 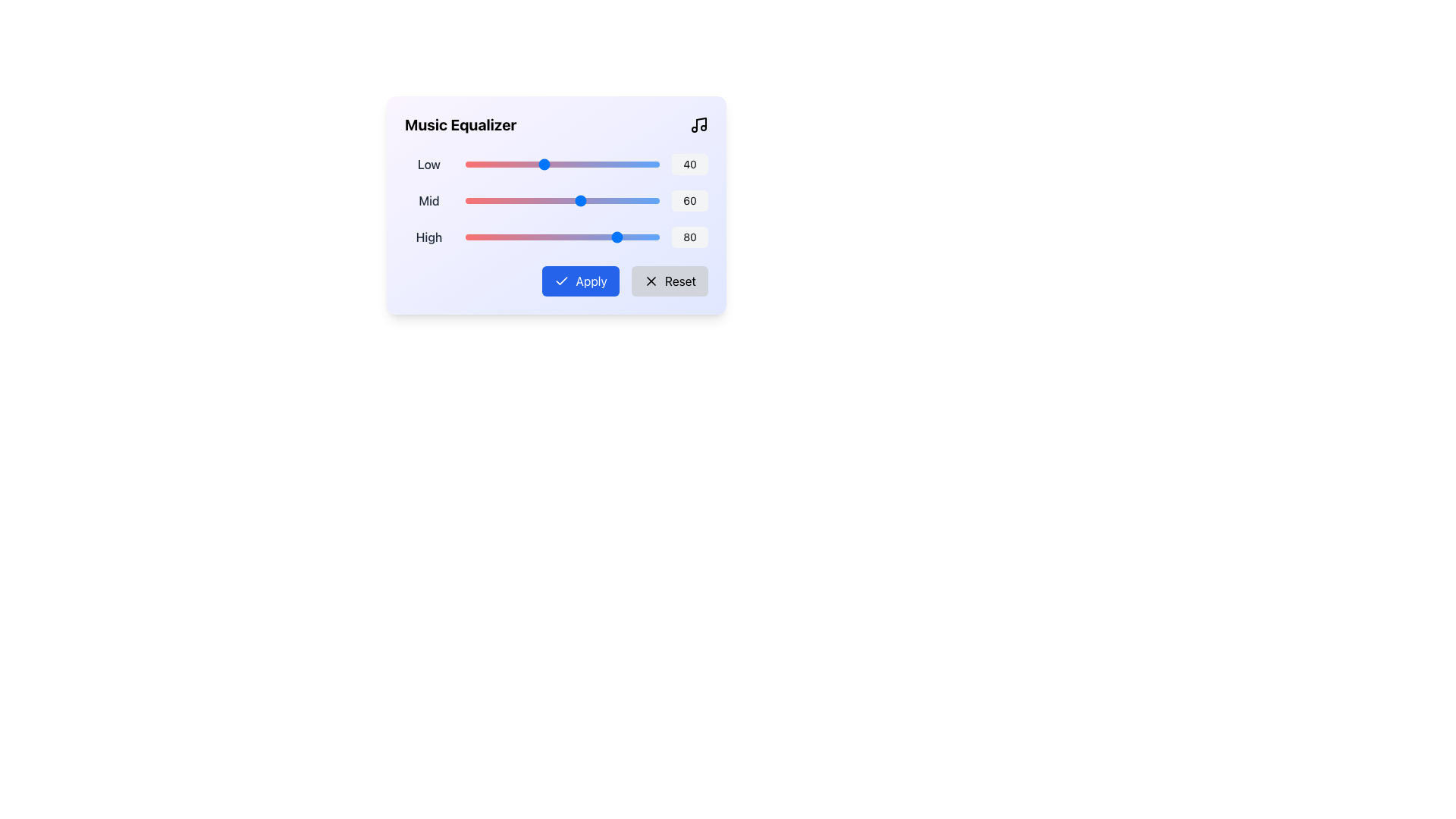 I want to click on the low equalizer slider, so click(x=469, y=164).